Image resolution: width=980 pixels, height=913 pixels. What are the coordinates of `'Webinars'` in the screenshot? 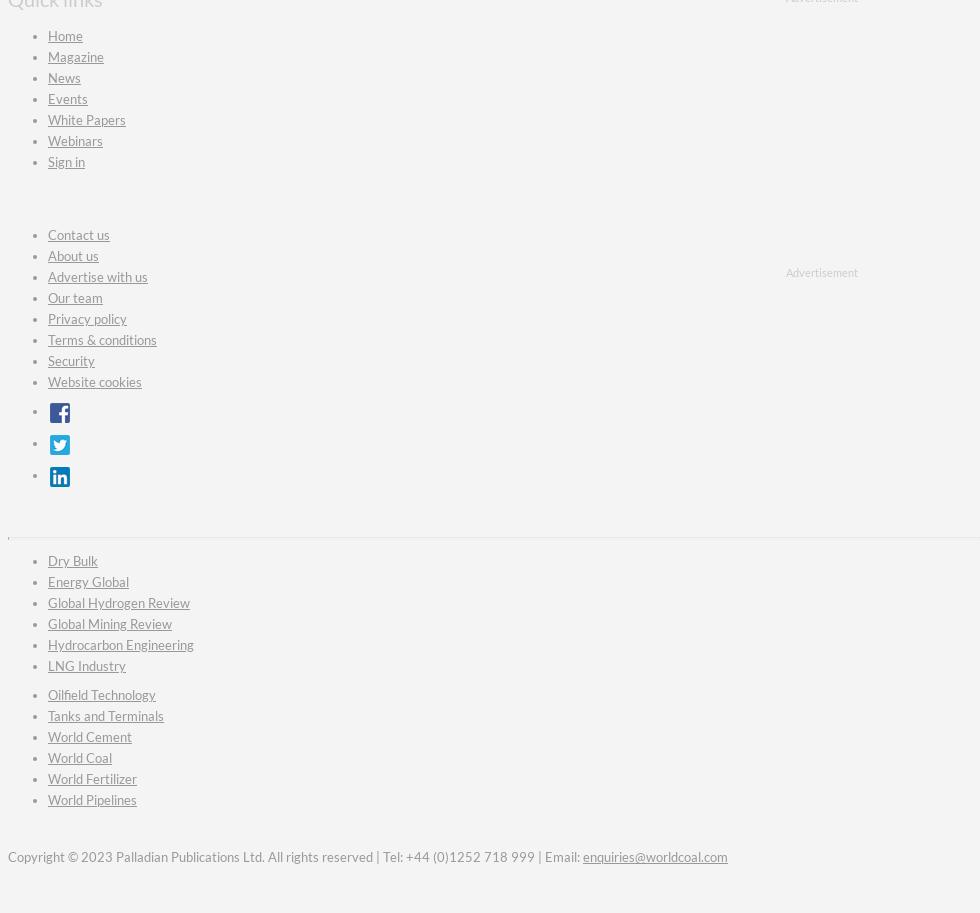 It's located at (48, 138).